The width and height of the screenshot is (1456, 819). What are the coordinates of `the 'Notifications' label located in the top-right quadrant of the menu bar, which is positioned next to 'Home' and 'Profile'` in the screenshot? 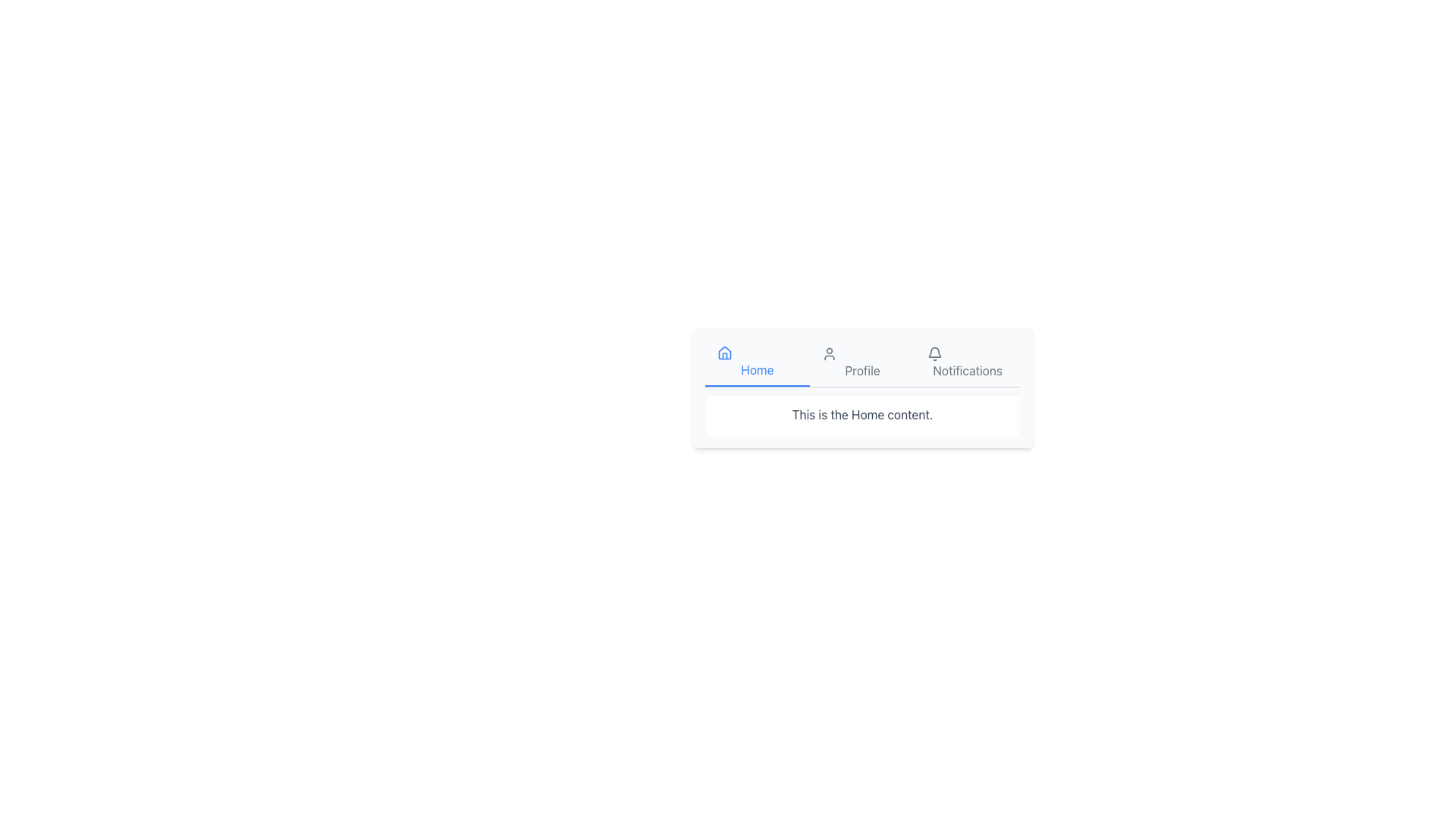 It's located at (967, 371).